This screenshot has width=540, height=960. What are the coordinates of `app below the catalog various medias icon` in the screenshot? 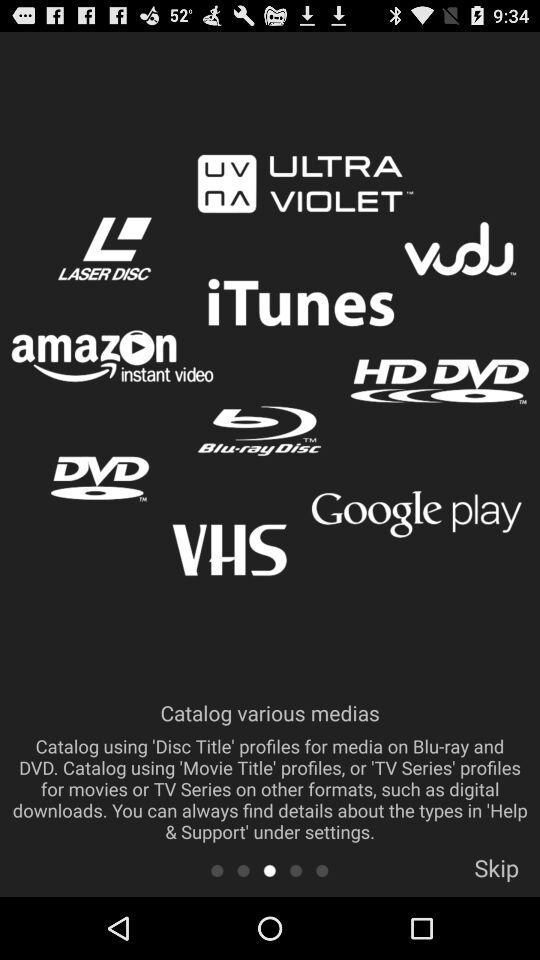 It's located at (243, 869).